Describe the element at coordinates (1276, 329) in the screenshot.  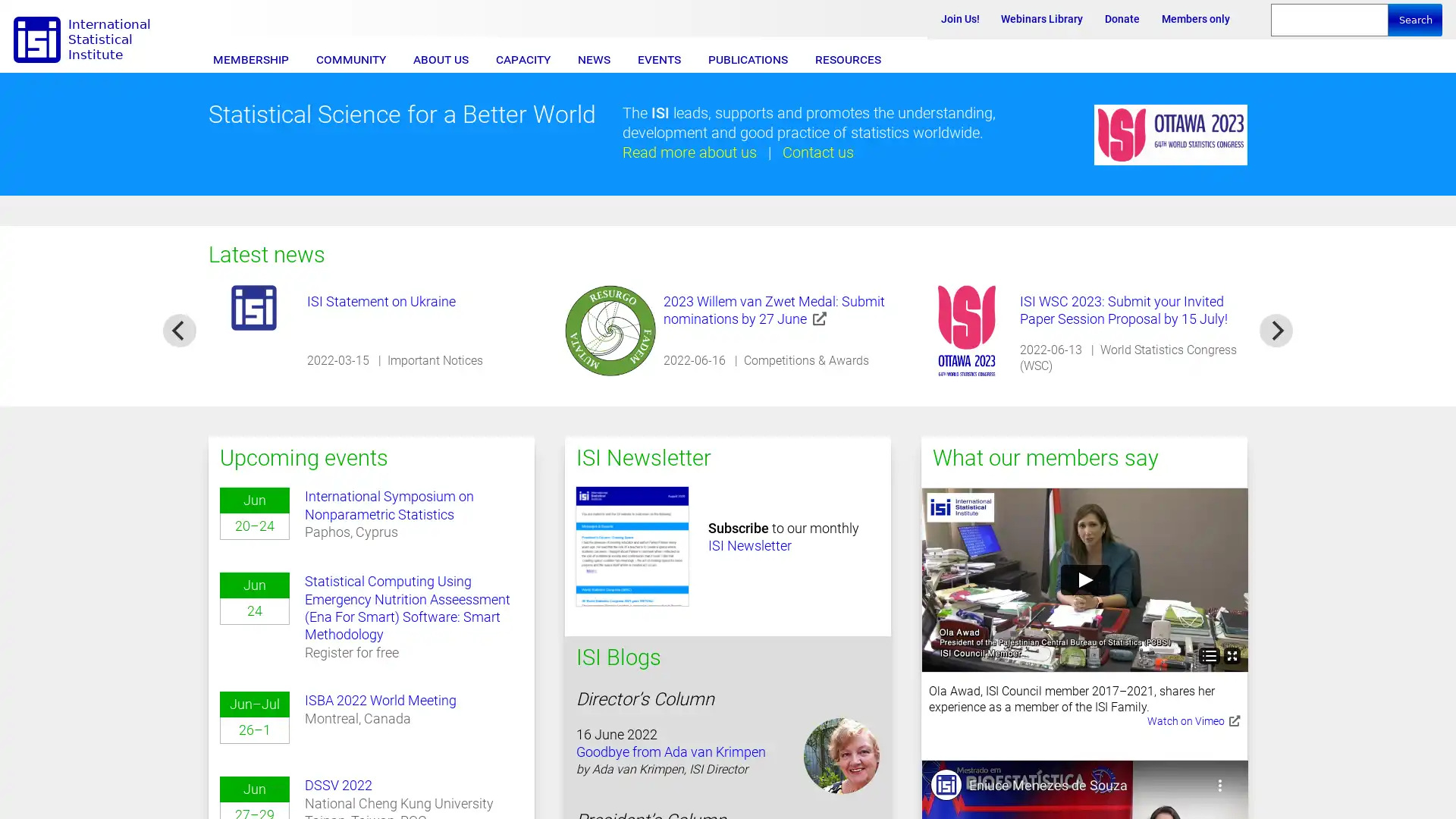
I see `next` at that location.